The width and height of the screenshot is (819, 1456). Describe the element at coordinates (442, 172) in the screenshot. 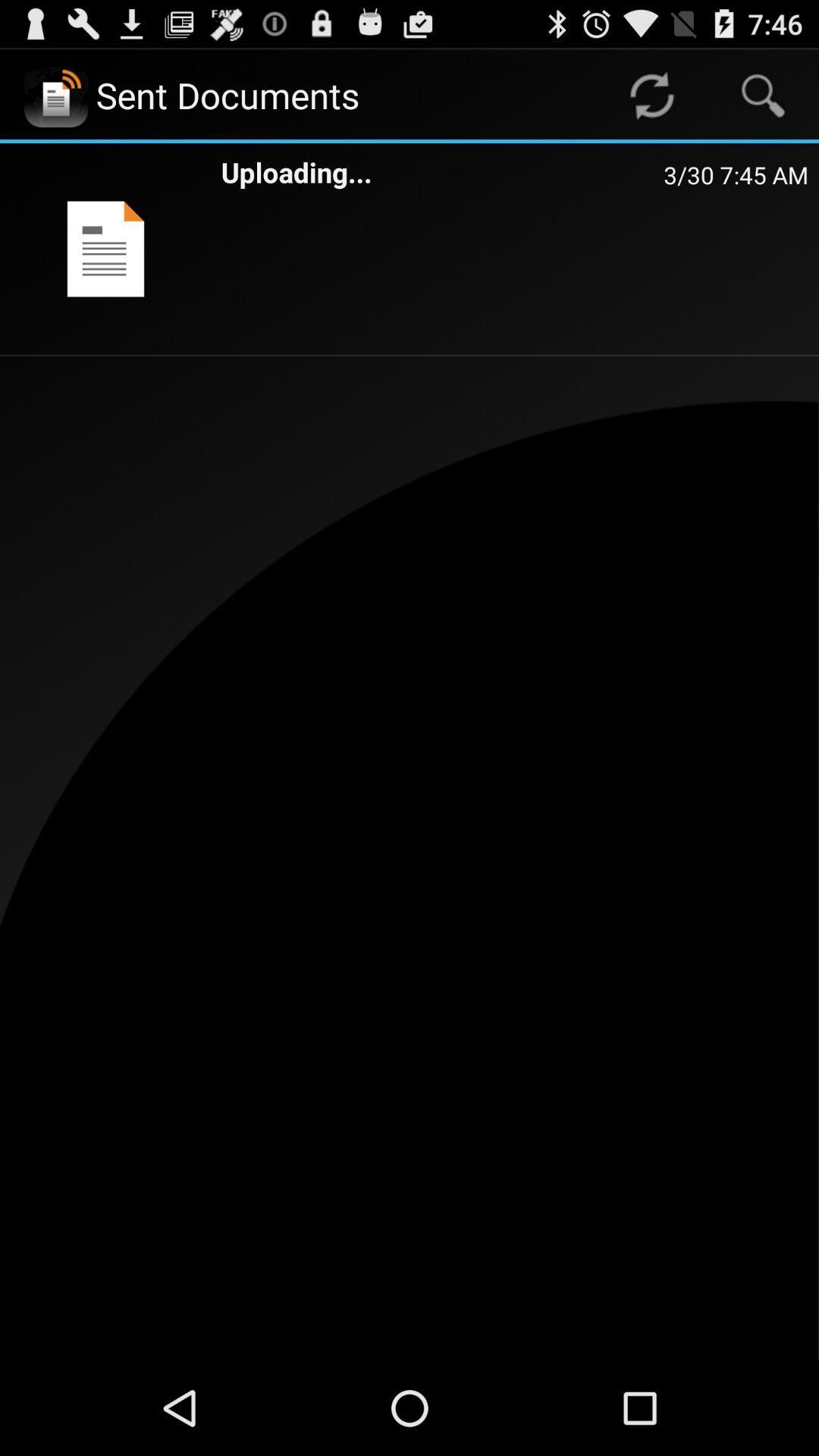

I see `the app next to the 3 30 7 item` at that location.